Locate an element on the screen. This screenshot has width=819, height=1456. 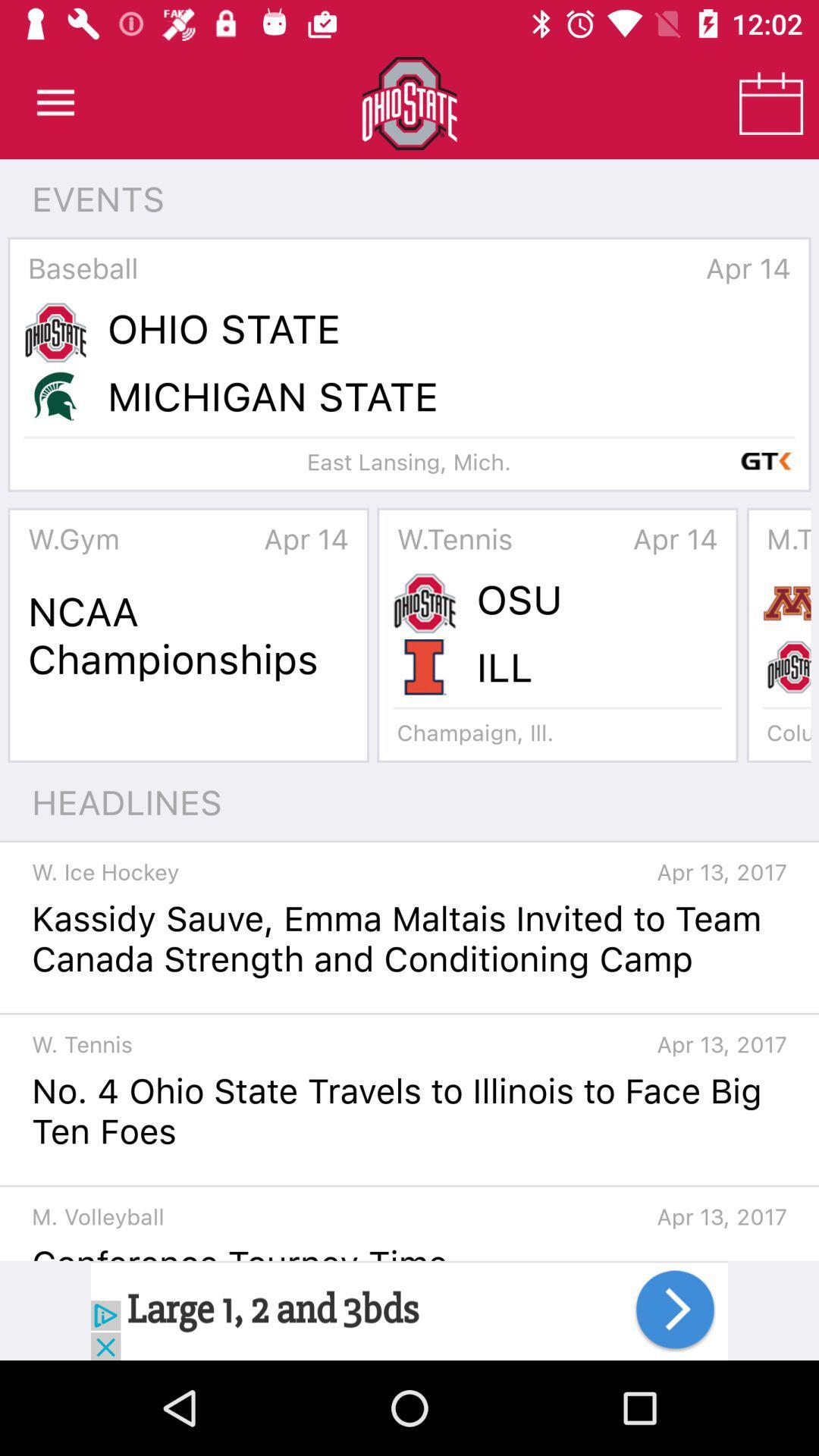
other website is located at coordinates (409, 1310).